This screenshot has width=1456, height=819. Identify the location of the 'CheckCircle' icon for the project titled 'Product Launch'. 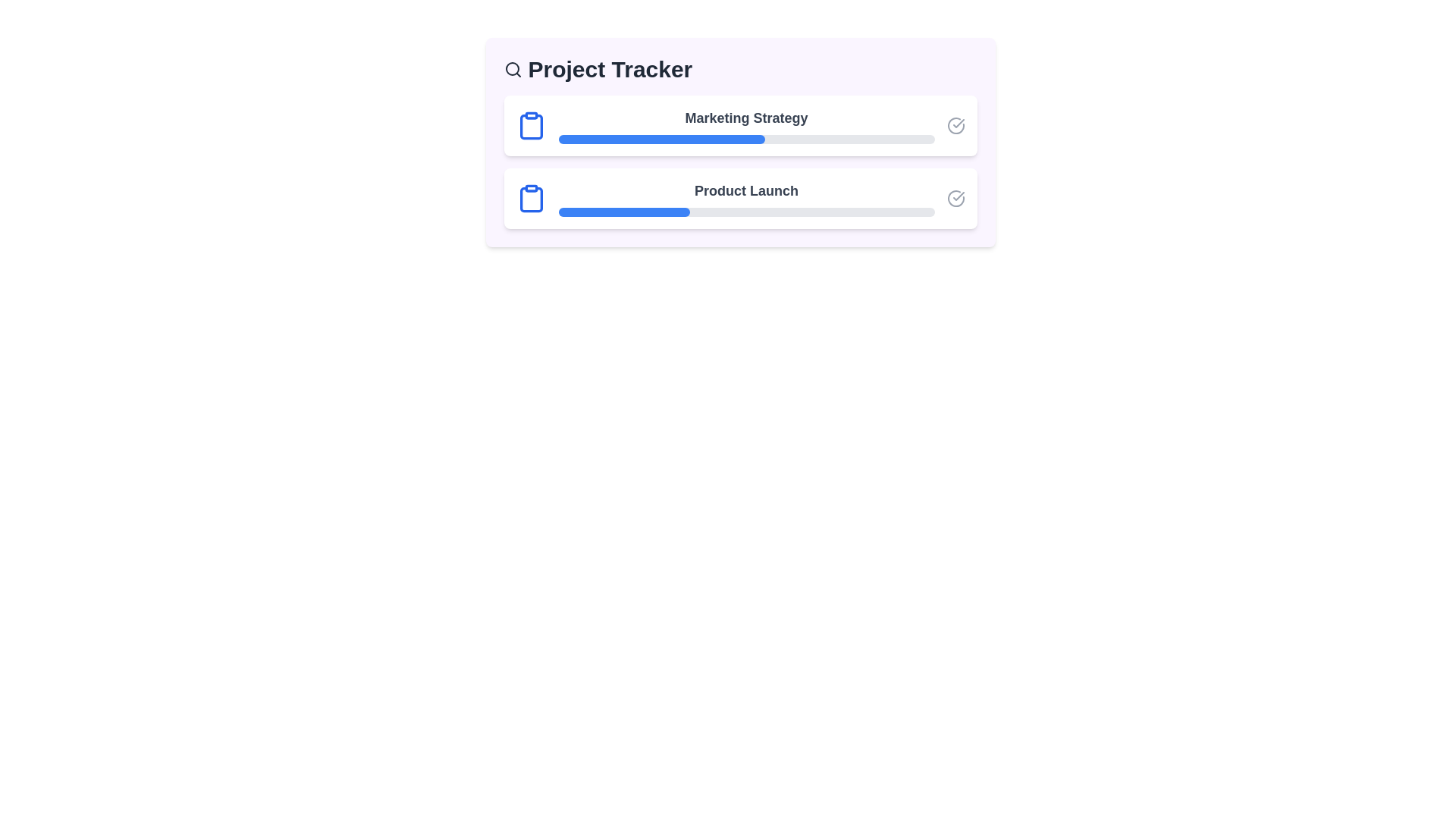
(955, 198).